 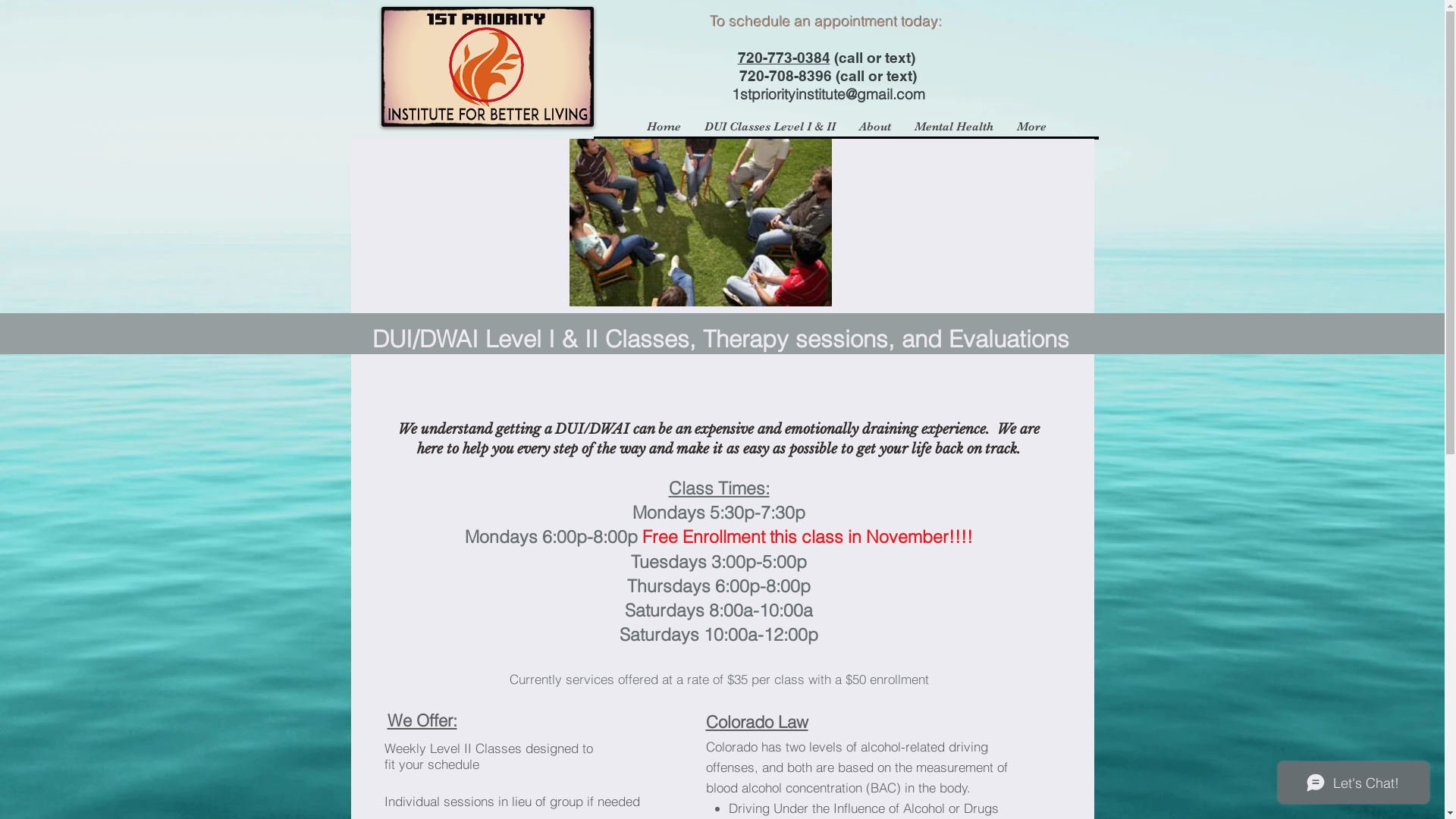 What do you see at coordinates (731, 93) in the screenshot?
I see `'1stpriorityinstitute@gmail.com'` at bounding box center [731, 93].